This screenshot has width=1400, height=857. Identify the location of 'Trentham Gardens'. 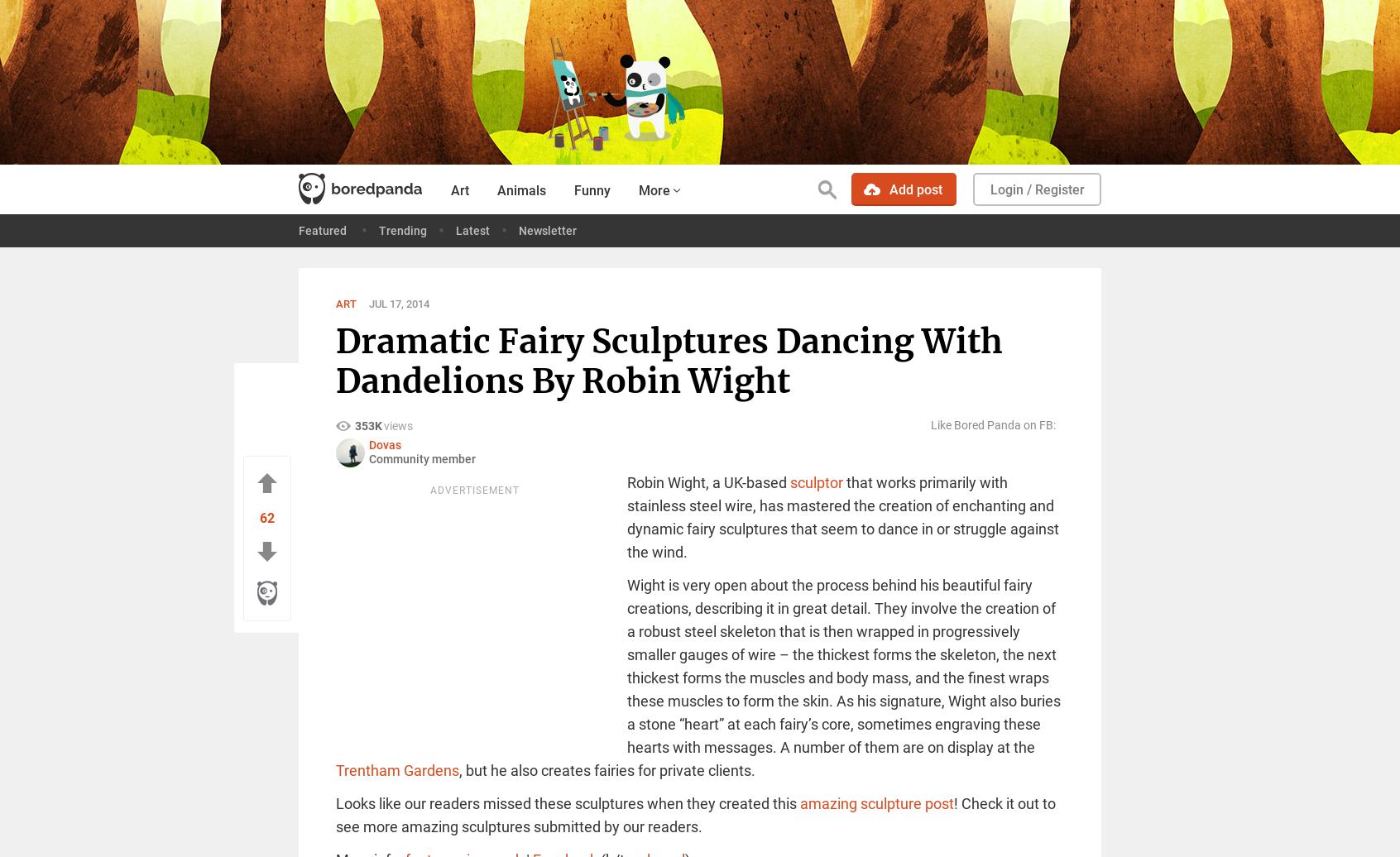
(396, 769).